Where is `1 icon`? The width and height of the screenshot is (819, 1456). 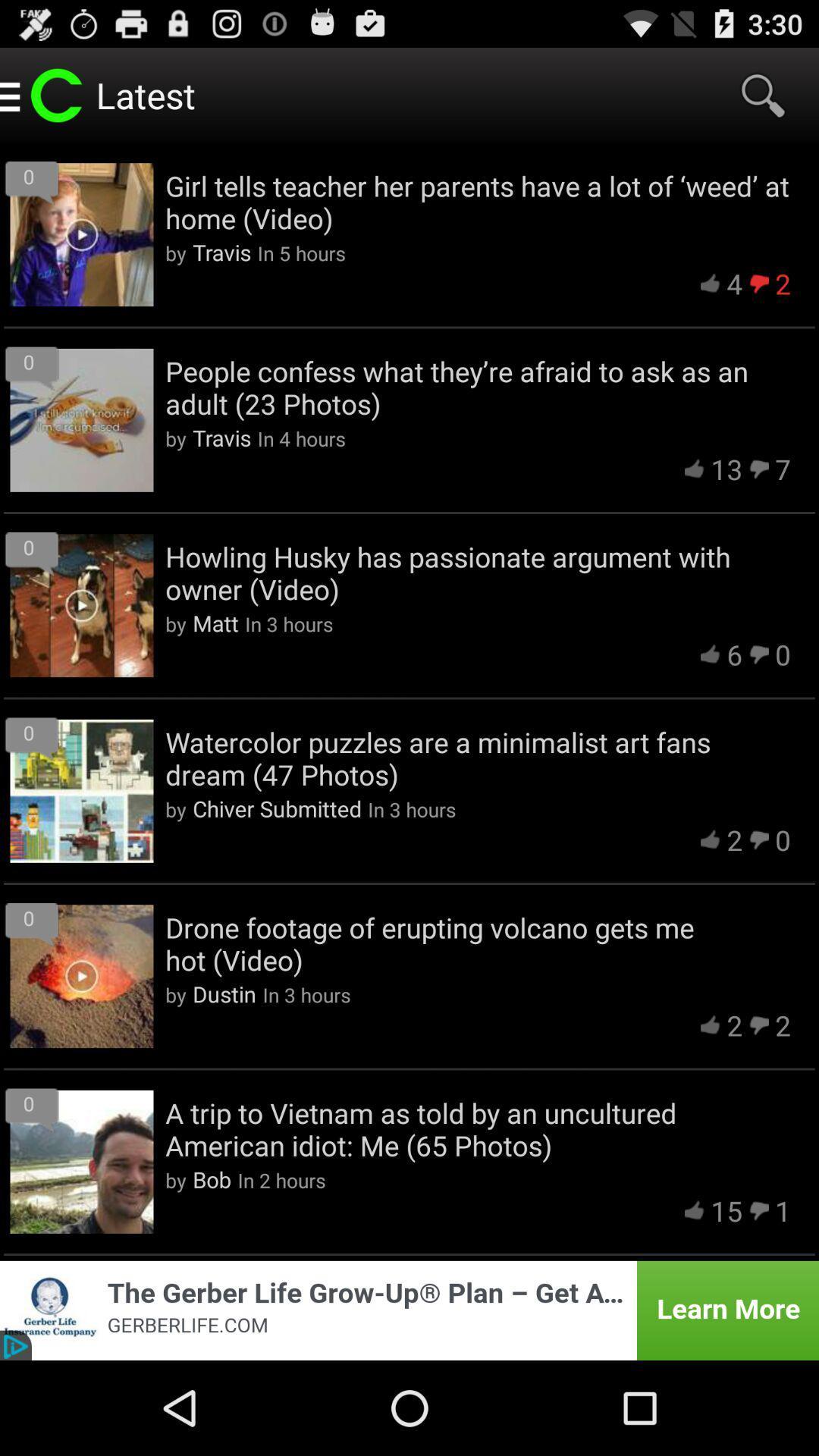 1 icon is located at coordinates (783, 1210).